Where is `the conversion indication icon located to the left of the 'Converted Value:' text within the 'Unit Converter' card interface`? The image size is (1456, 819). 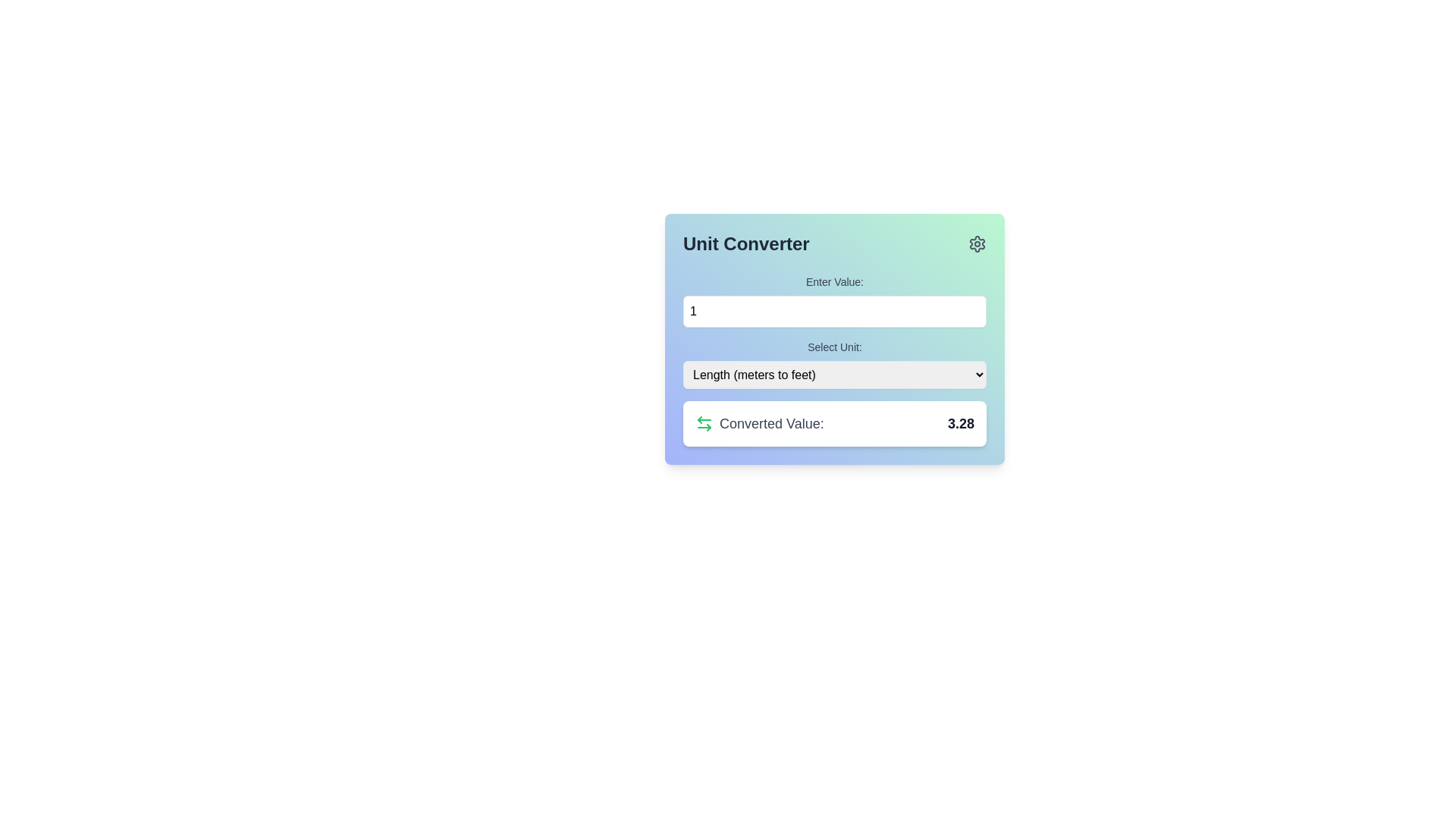
the conversion indication icon located to the left of the 'Converted Value:' text within the 'Unit Converter' card interface is located at coordinates (704, 424).